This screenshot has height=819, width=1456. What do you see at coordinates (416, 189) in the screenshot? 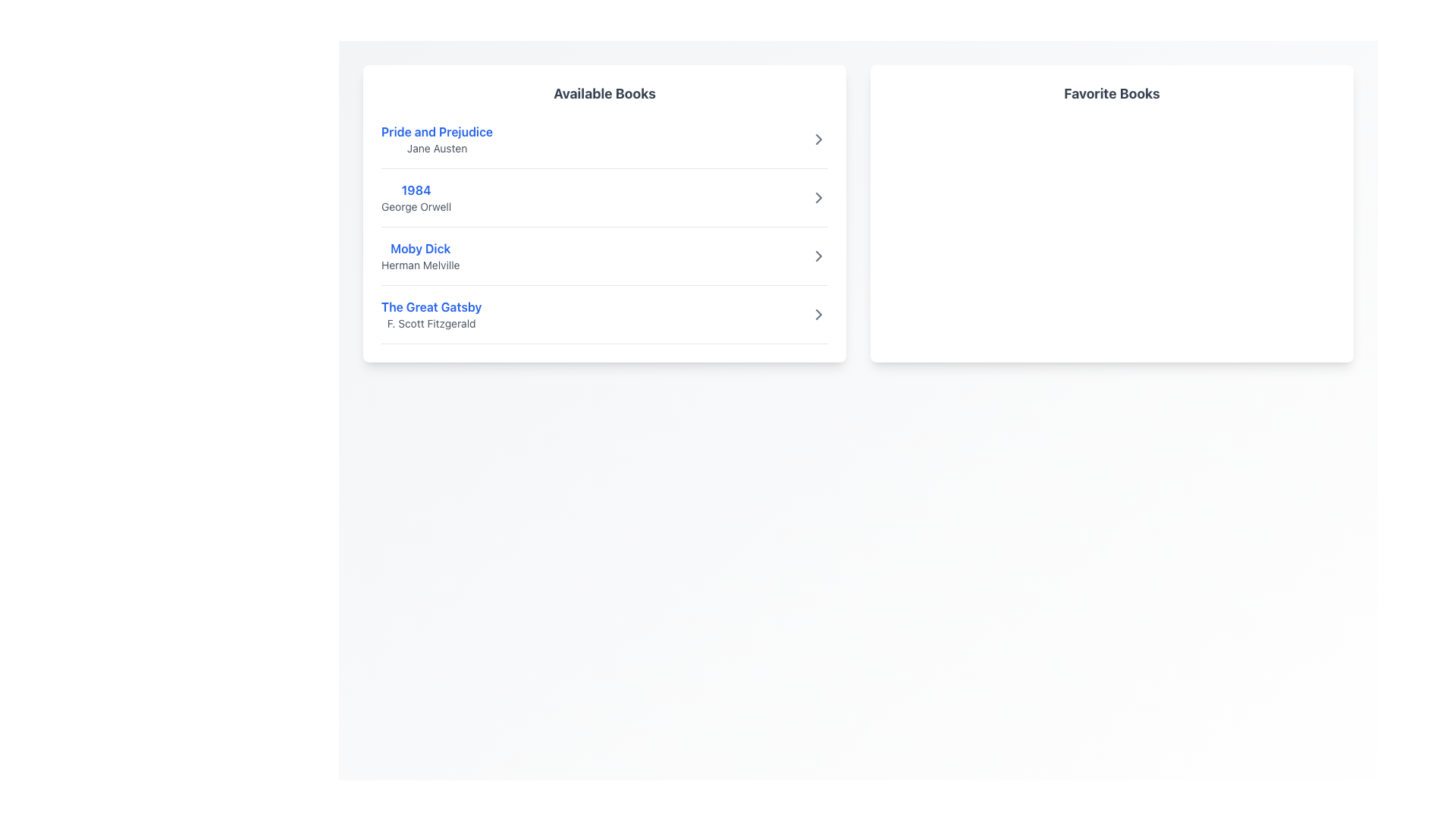
I see `the link representing the book title '1984' in the 'Available Books' section` at bounding box center [416, 189].